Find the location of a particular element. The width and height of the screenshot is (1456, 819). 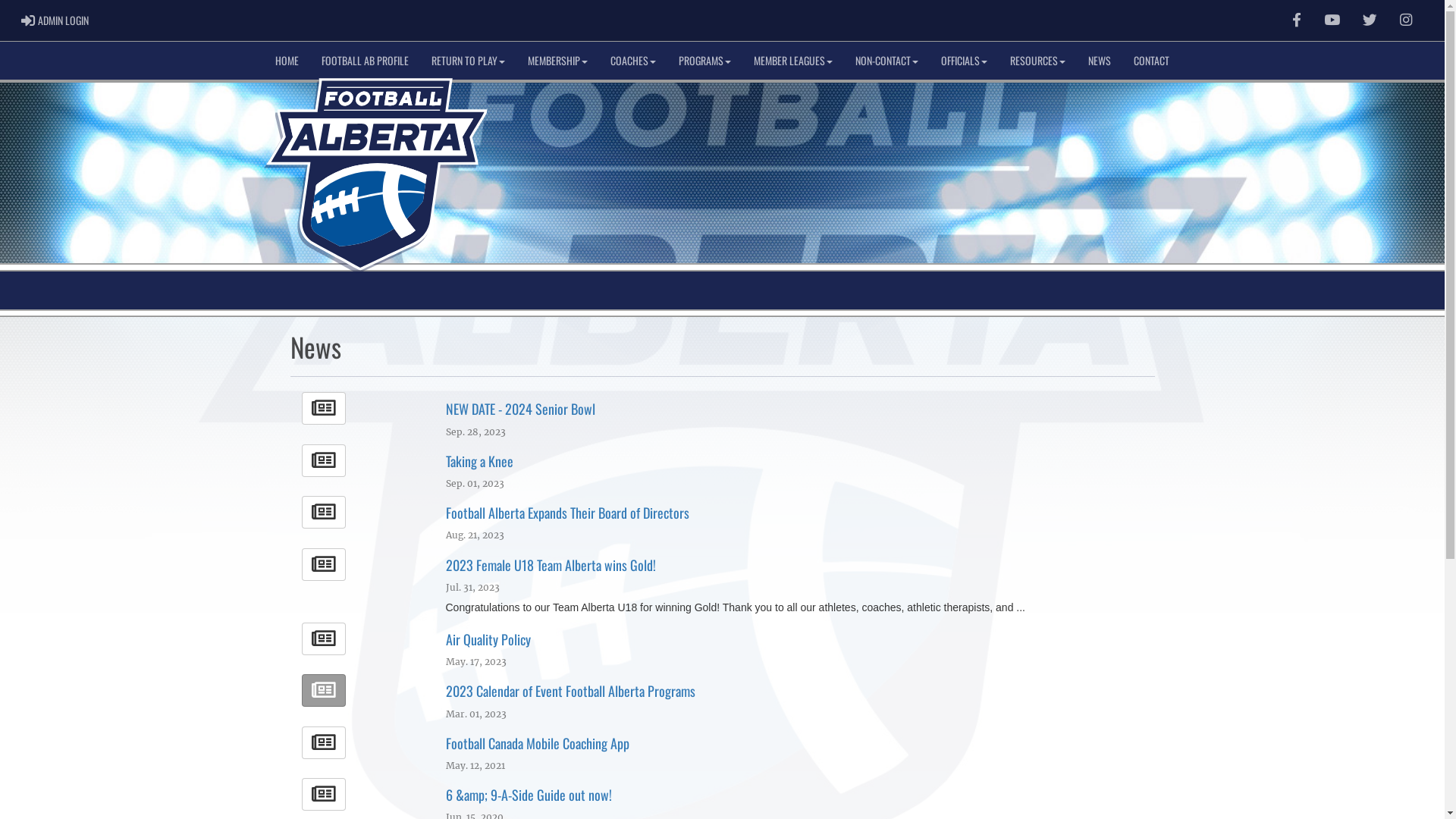

'like us' is located at coordinates (1295, 20).